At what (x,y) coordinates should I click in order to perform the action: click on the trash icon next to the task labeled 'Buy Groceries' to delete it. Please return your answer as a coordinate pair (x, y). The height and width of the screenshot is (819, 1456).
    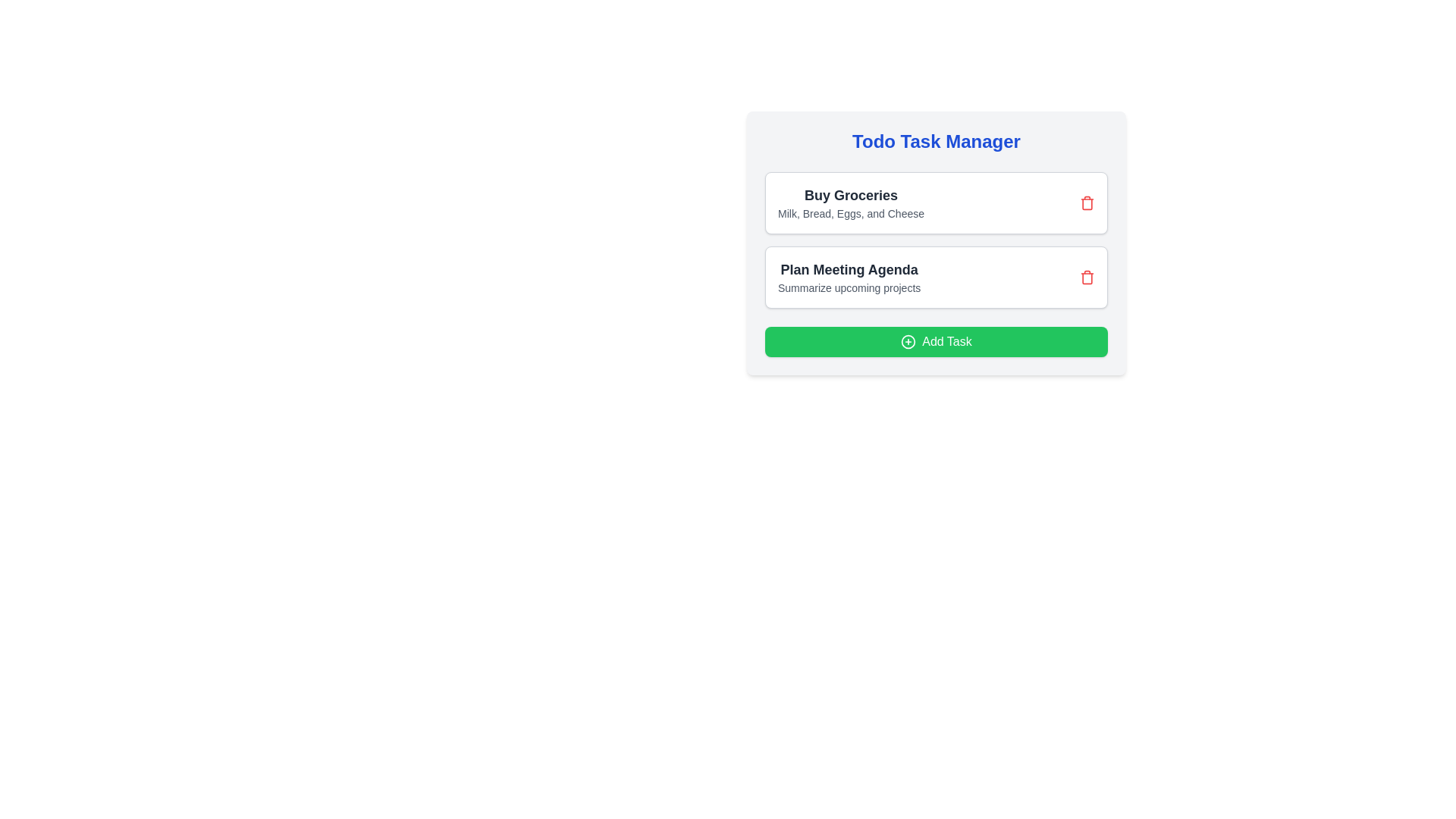
    Looking at the image, I should click on (1087, 202).